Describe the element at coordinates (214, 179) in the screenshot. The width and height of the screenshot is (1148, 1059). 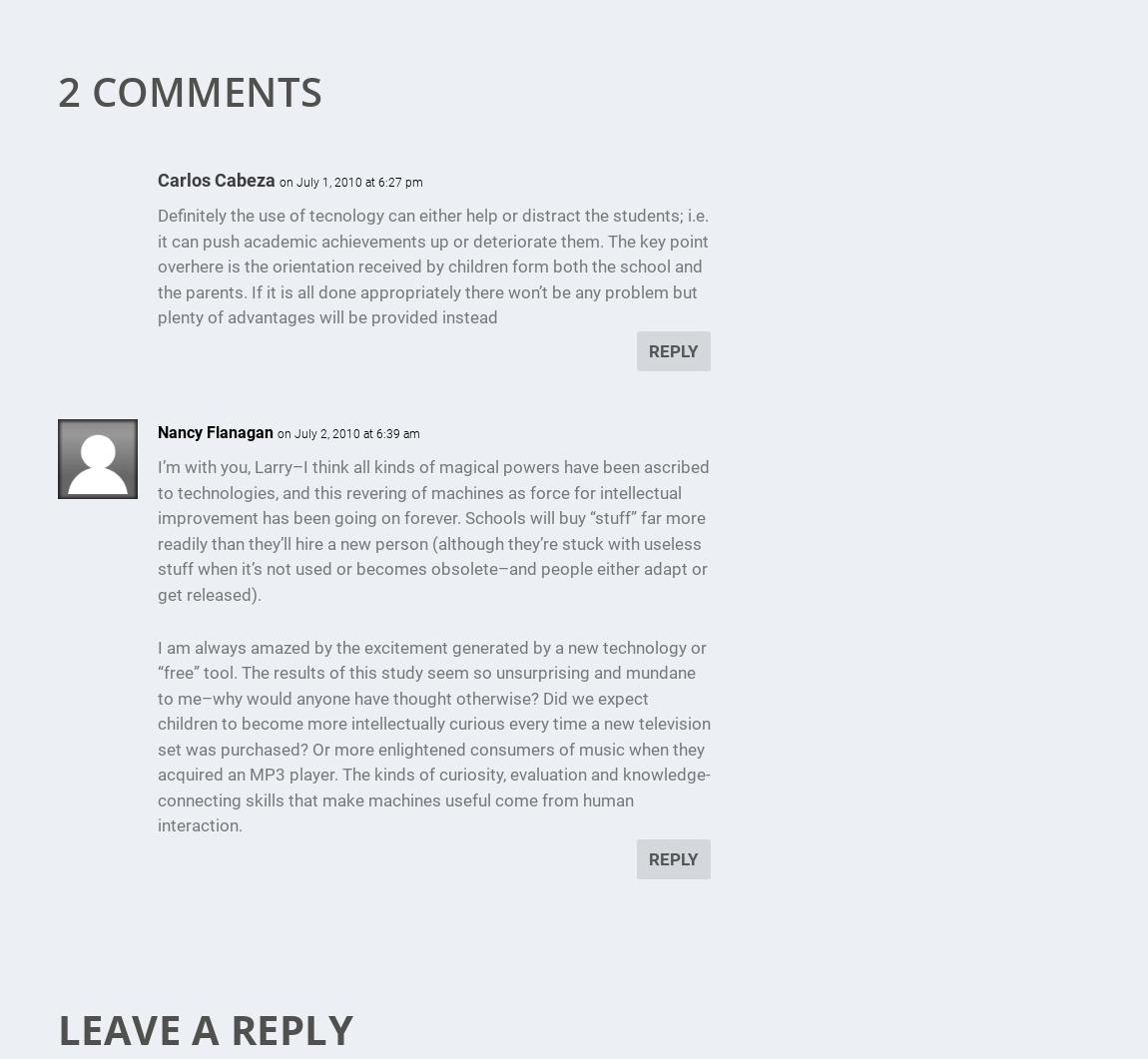
I see `'Carlos Cabeza'` at that location.